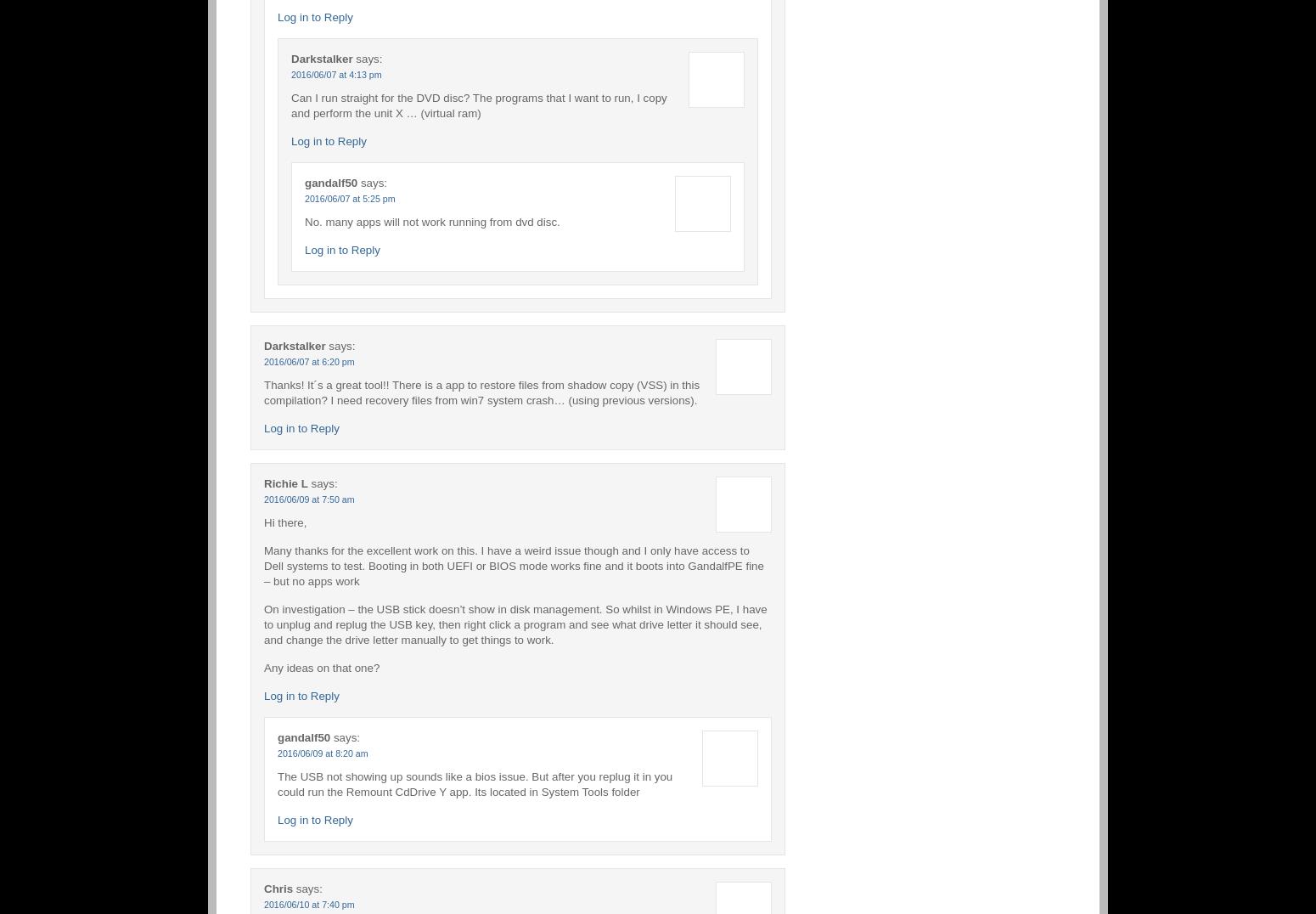 This screenshot has width=1316, height=914. Describe the element at coordinates (307, 361) in the screenshot. I see `'2016/06/07 at 6:20 pm'` at that location.